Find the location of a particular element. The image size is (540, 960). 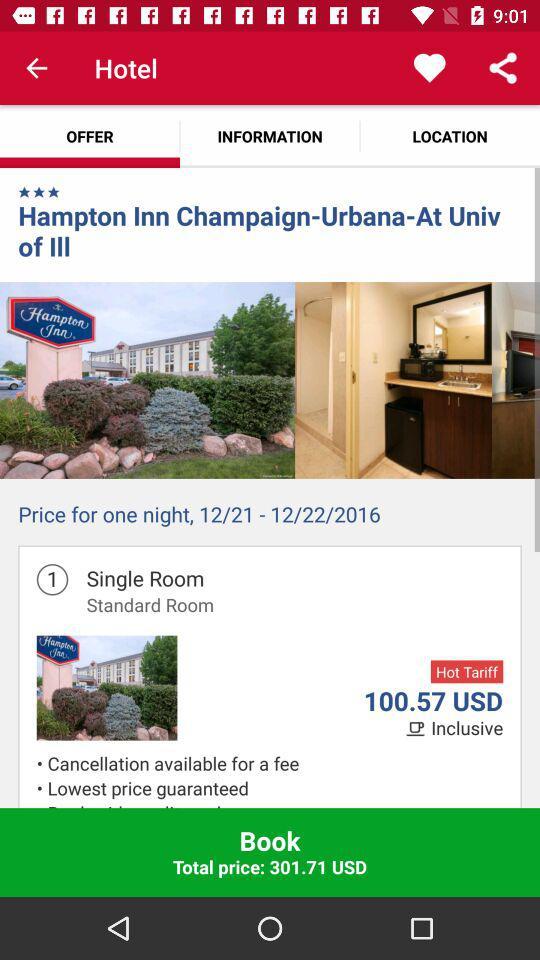

inclusive item is located at coordinates (467, 727).